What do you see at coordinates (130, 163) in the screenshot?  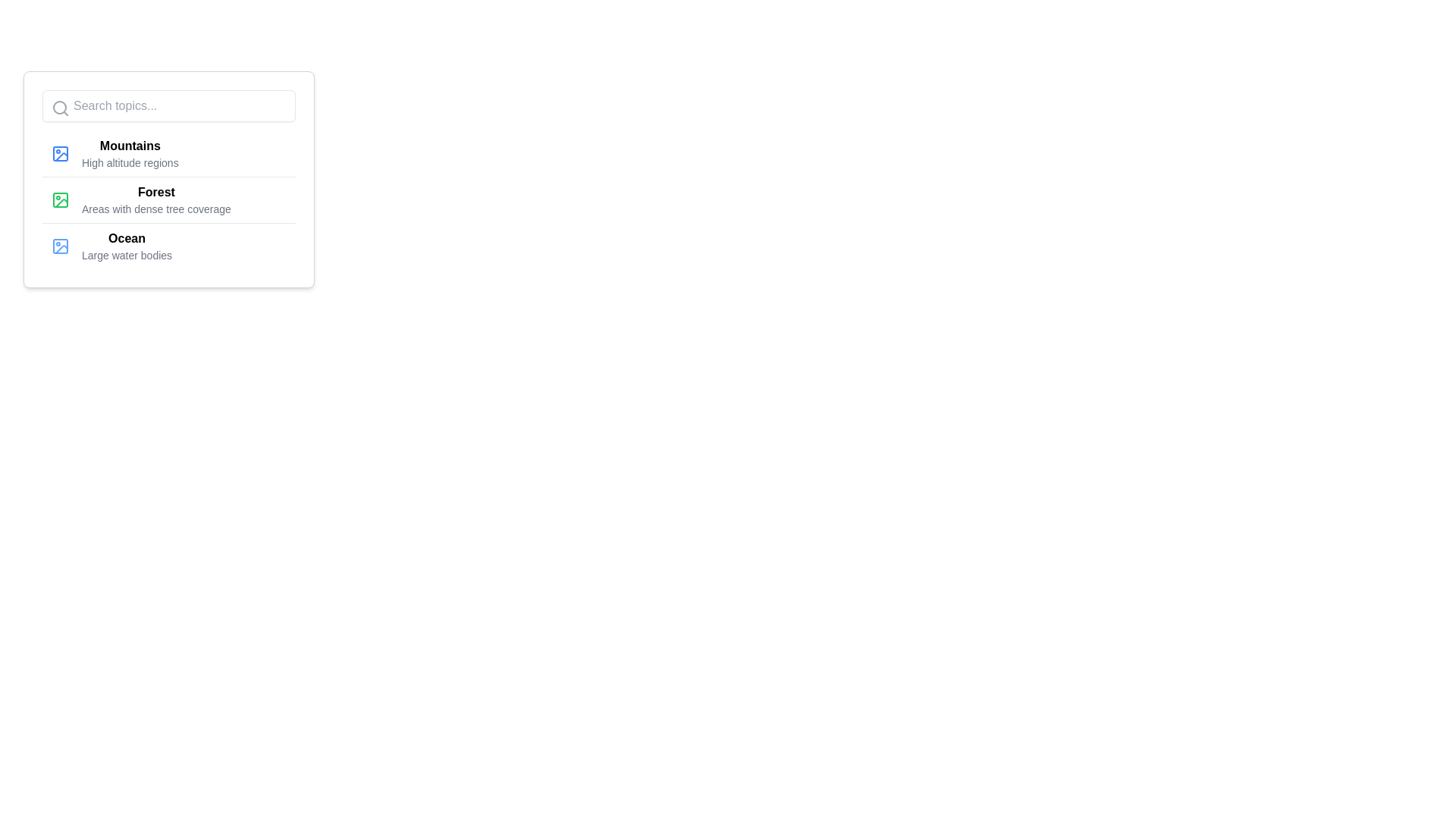 I see `the descriptive text element located immediately below the 'Mountains' text in the list-style layout` at bounding box center [130, 163].